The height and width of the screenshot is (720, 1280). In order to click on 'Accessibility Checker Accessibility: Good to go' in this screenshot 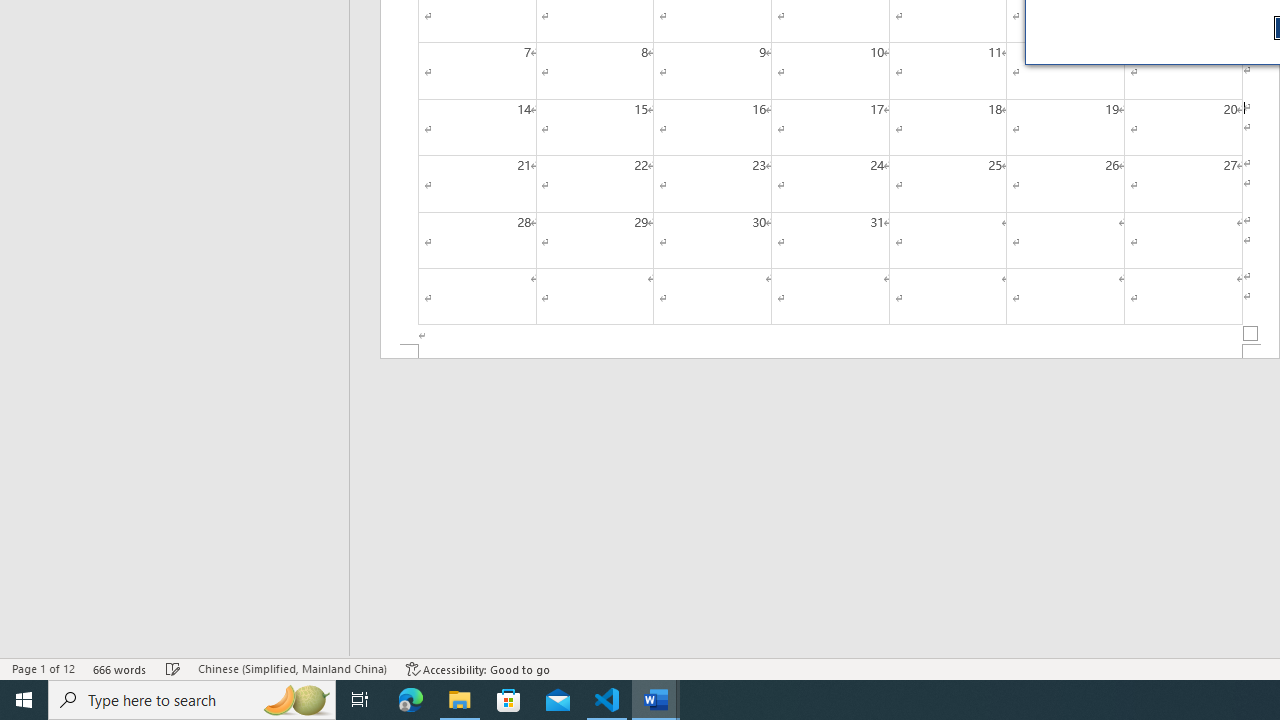, I will do `click(477, 669)`.